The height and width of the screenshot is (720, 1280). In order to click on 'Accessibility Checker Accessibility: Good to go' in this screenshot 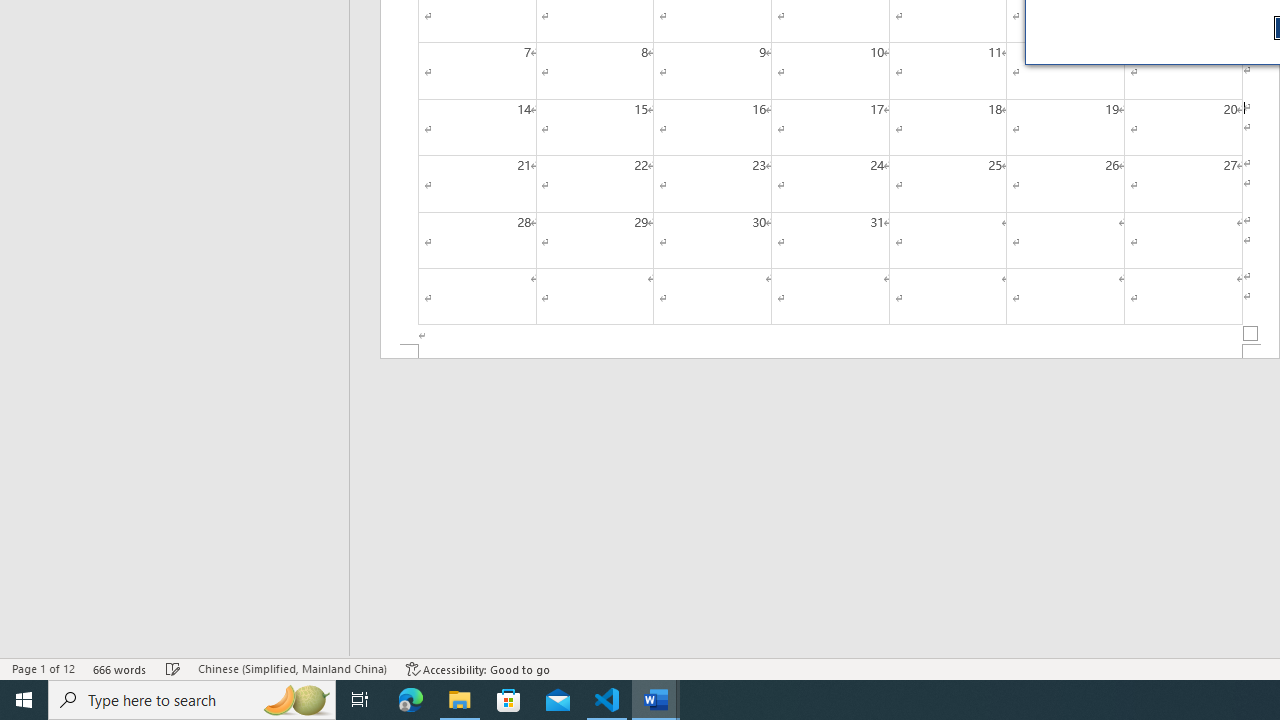, I will do `click(477, 669)`.